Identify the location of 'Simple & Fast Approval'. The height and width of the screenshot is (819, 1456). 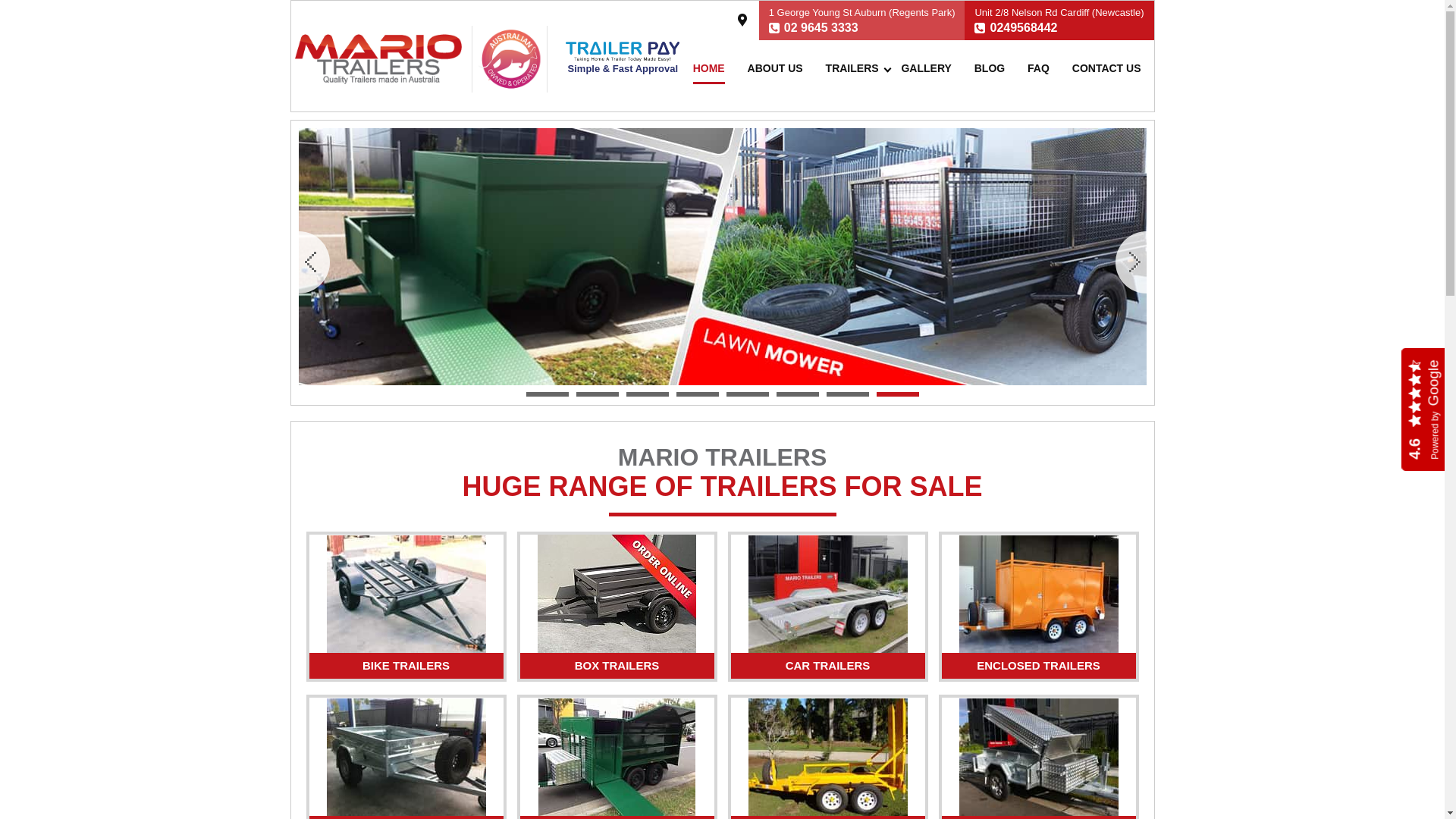
(622, 60).